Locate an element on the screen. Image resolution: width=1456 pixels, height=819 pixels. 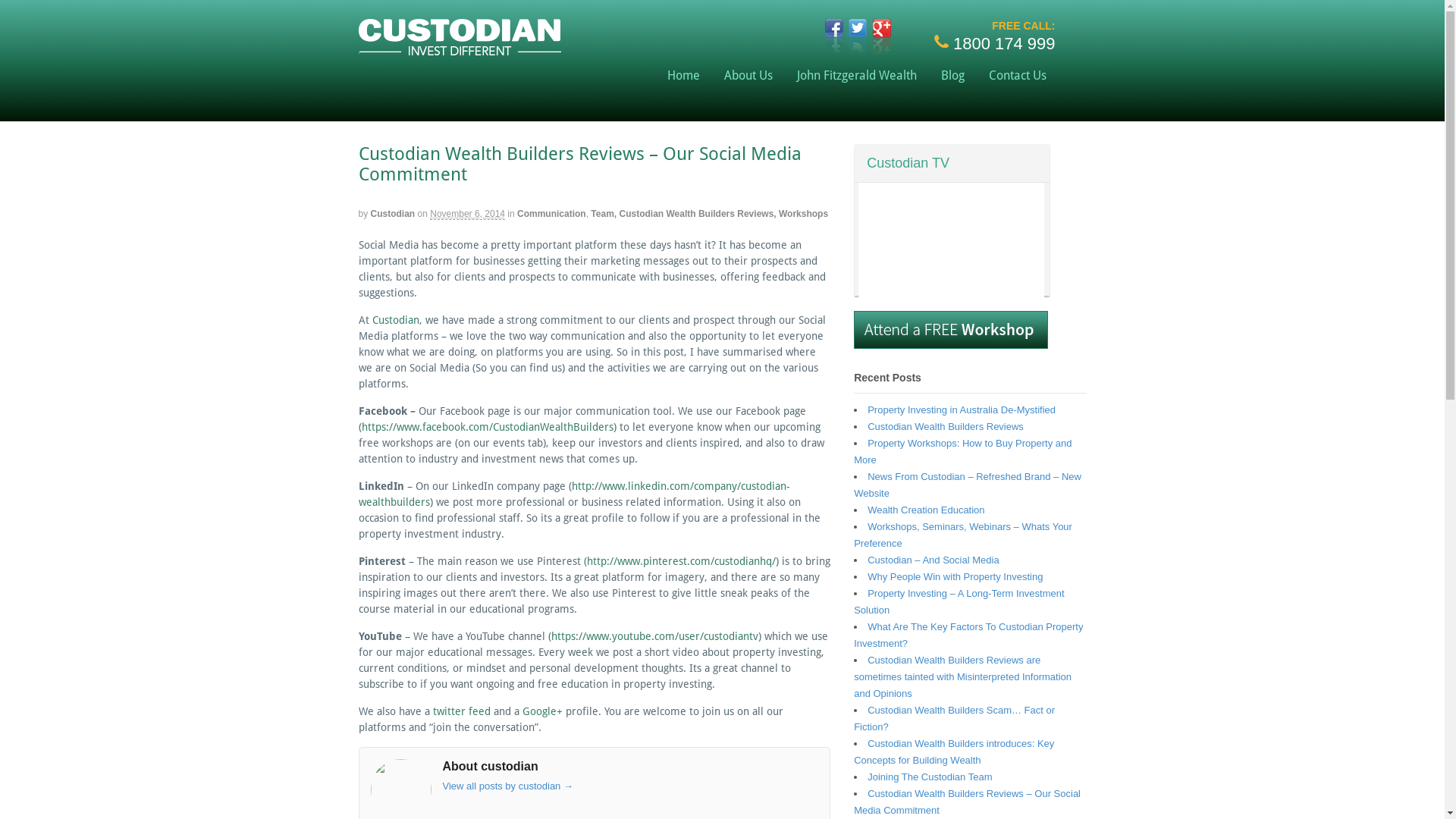
'Contact Us' is located at coordinates (976, 75).